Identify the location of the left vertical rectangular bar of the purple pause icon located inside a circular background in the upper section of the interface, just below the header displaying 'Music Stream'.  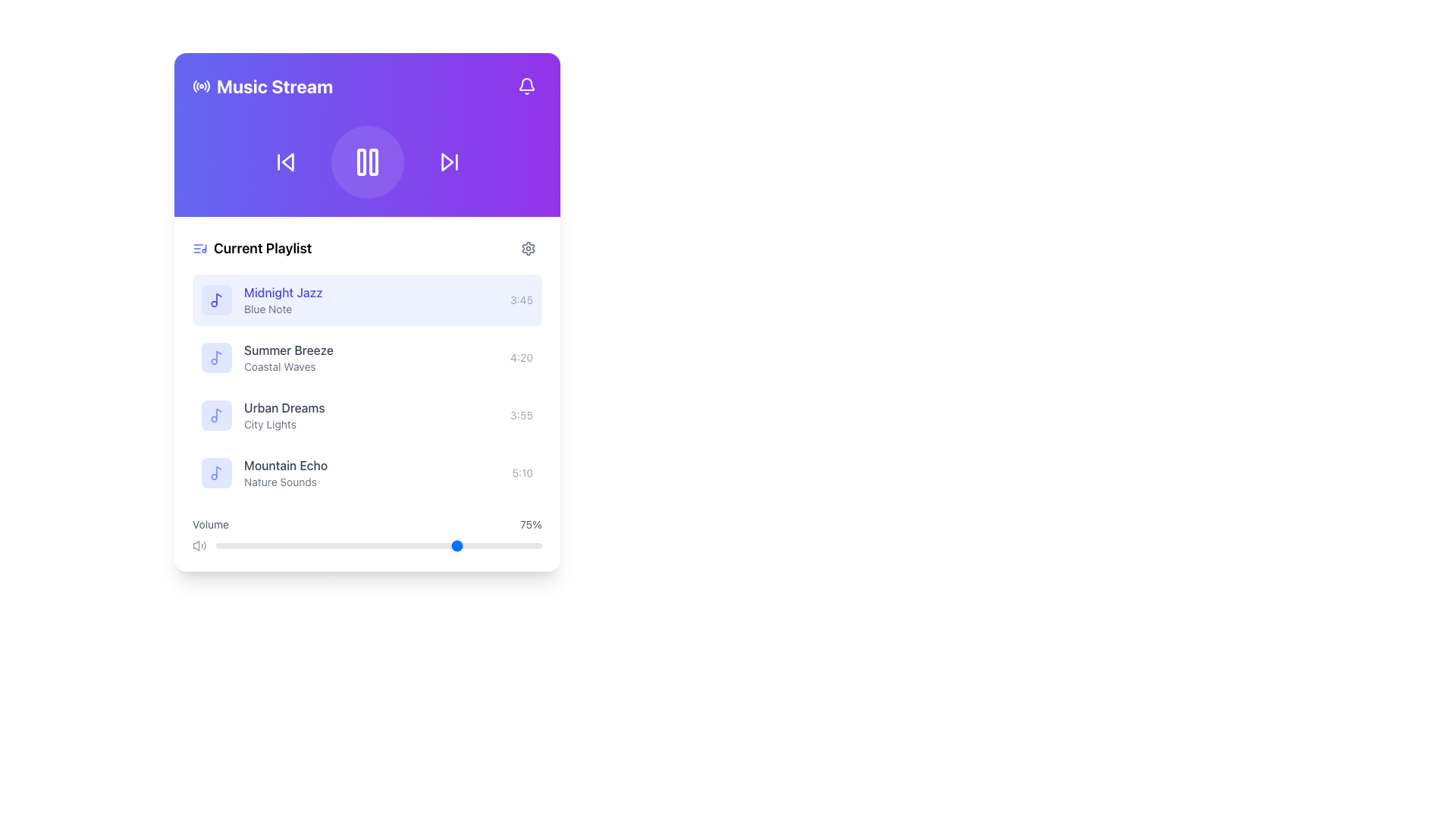
(360, 162).